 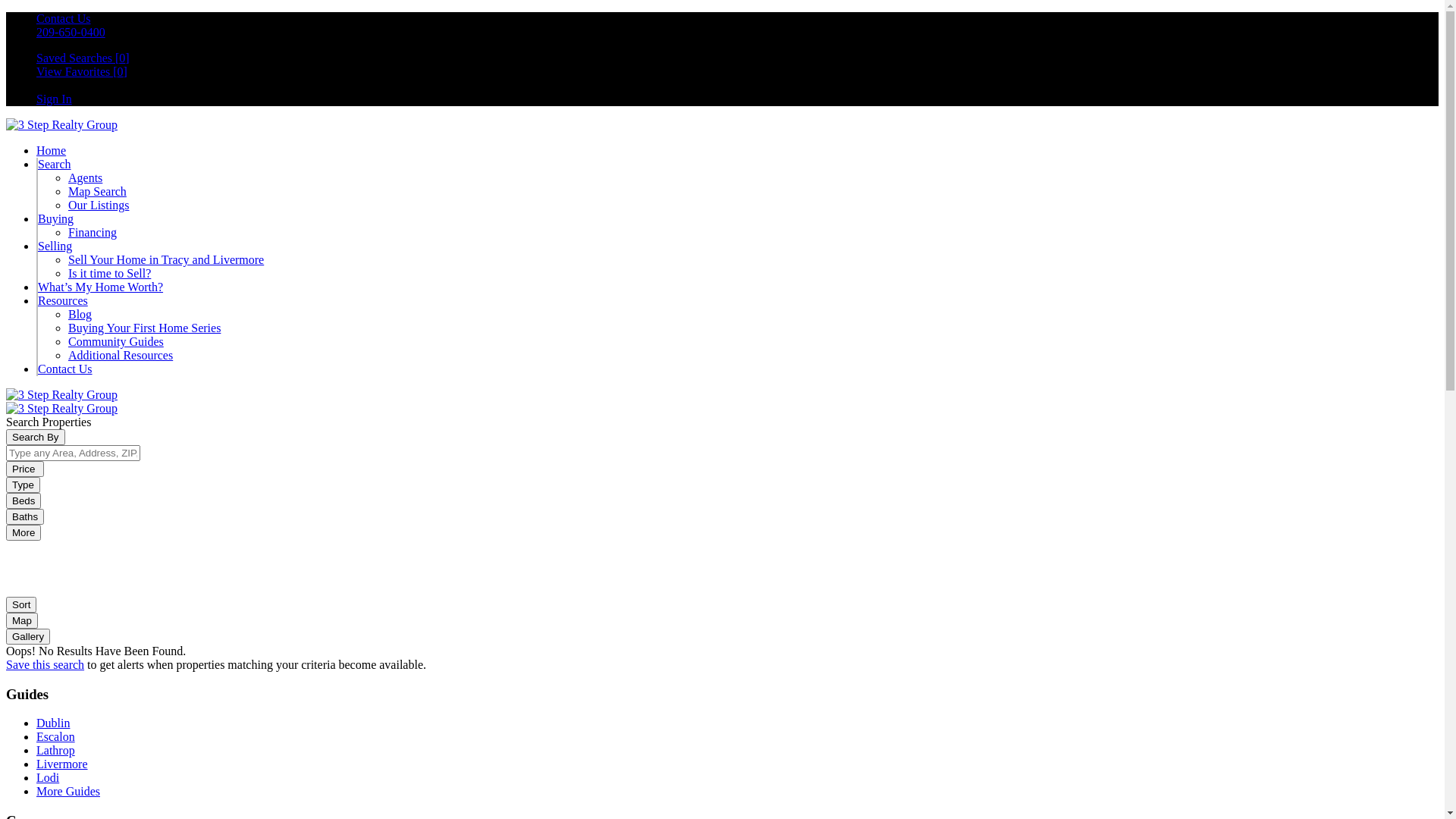 I want to click on 'Map Search', so click(x=96, y=190).